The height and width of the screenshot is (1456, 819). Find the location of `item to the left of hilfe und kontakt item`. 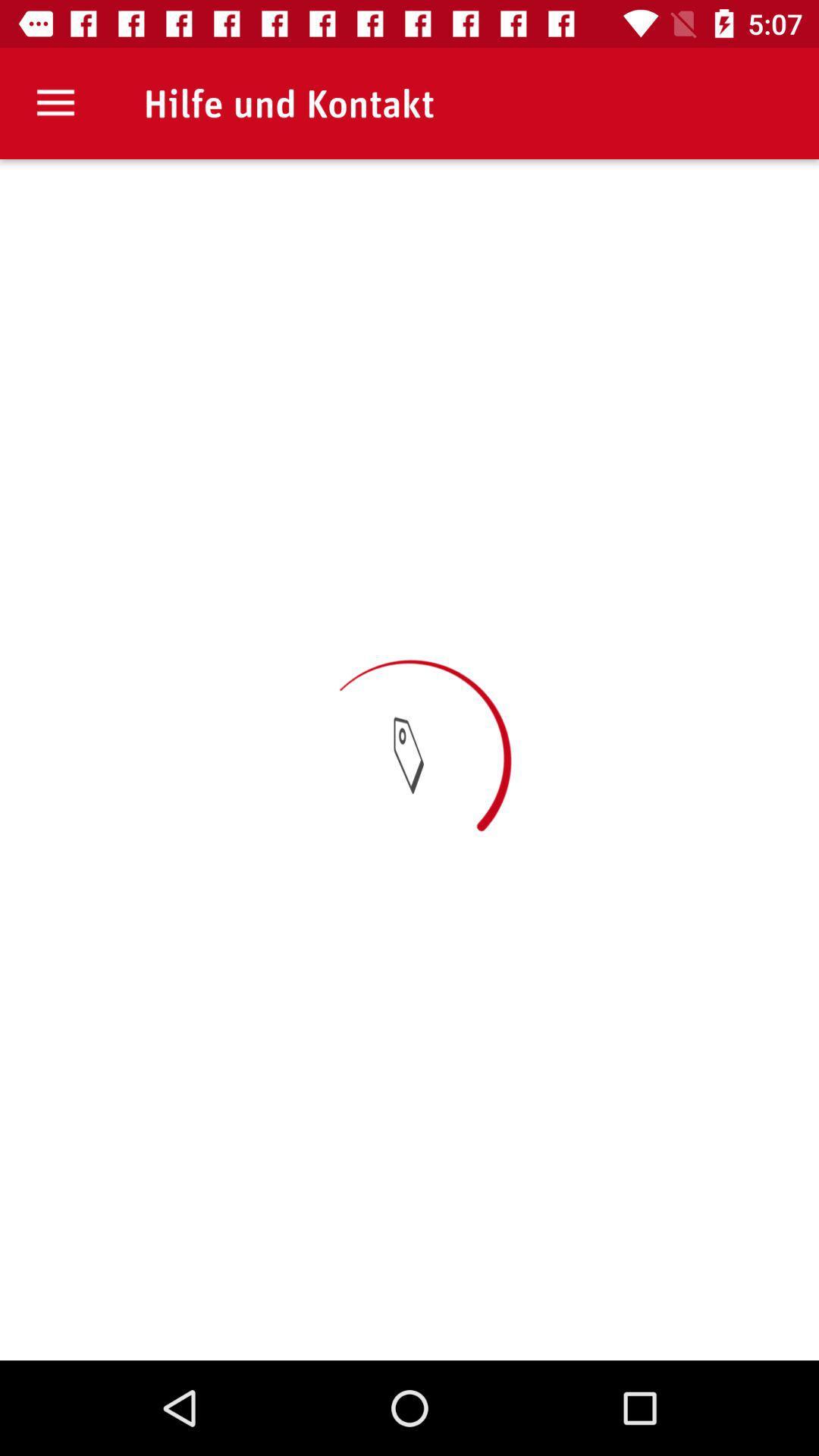

item to the left of hilfe und kontakt item is located at coordinates (55, 102).